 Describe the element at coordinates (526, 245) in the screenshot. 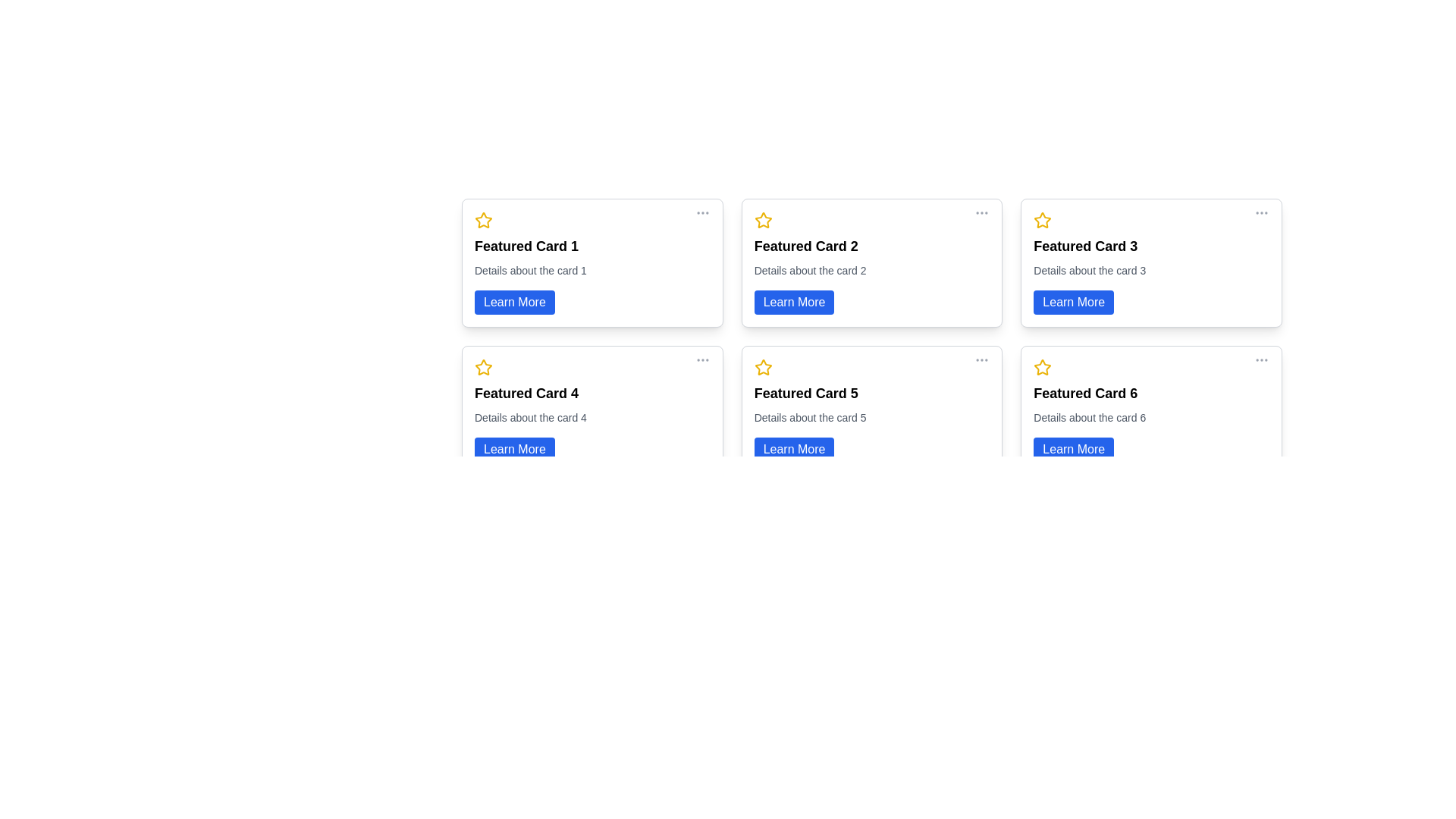

I see `the bold textual header 'Featured Card 1' styled with 'text-lg font-semibold mb-2' located in the first card of the grid layout` at that location.